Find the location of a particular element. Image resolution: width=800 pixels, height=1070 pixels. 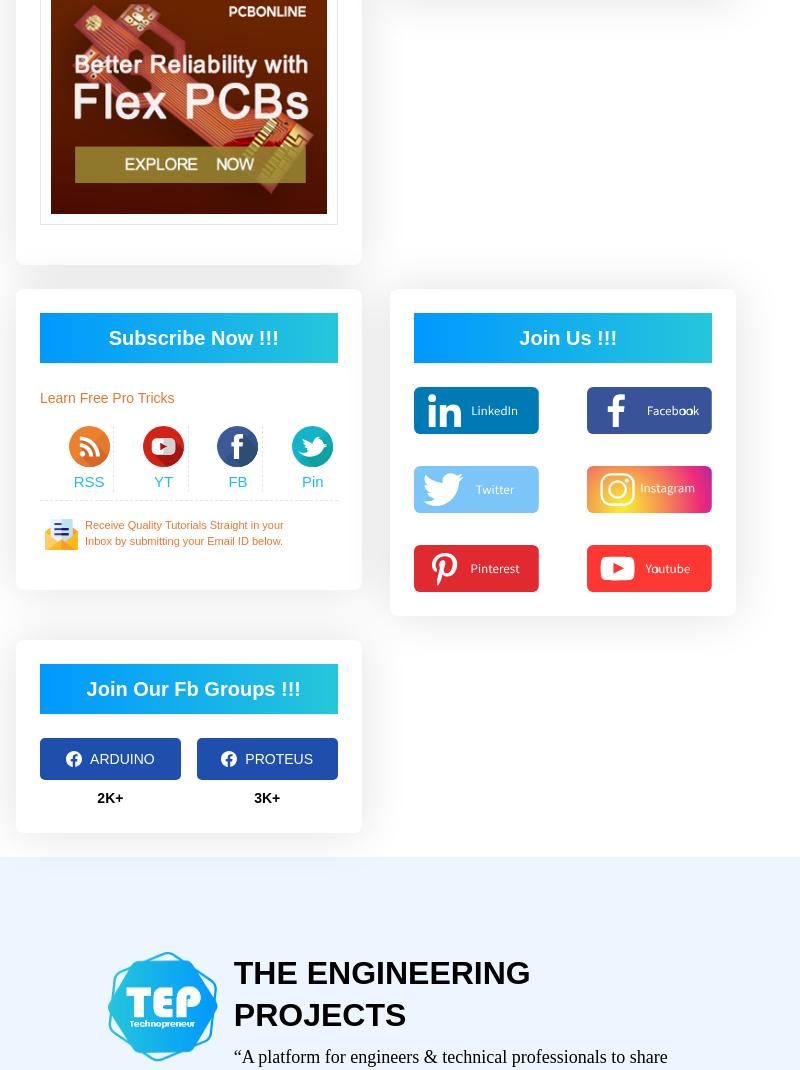

'3K+' is located at coordinates (265, 797).